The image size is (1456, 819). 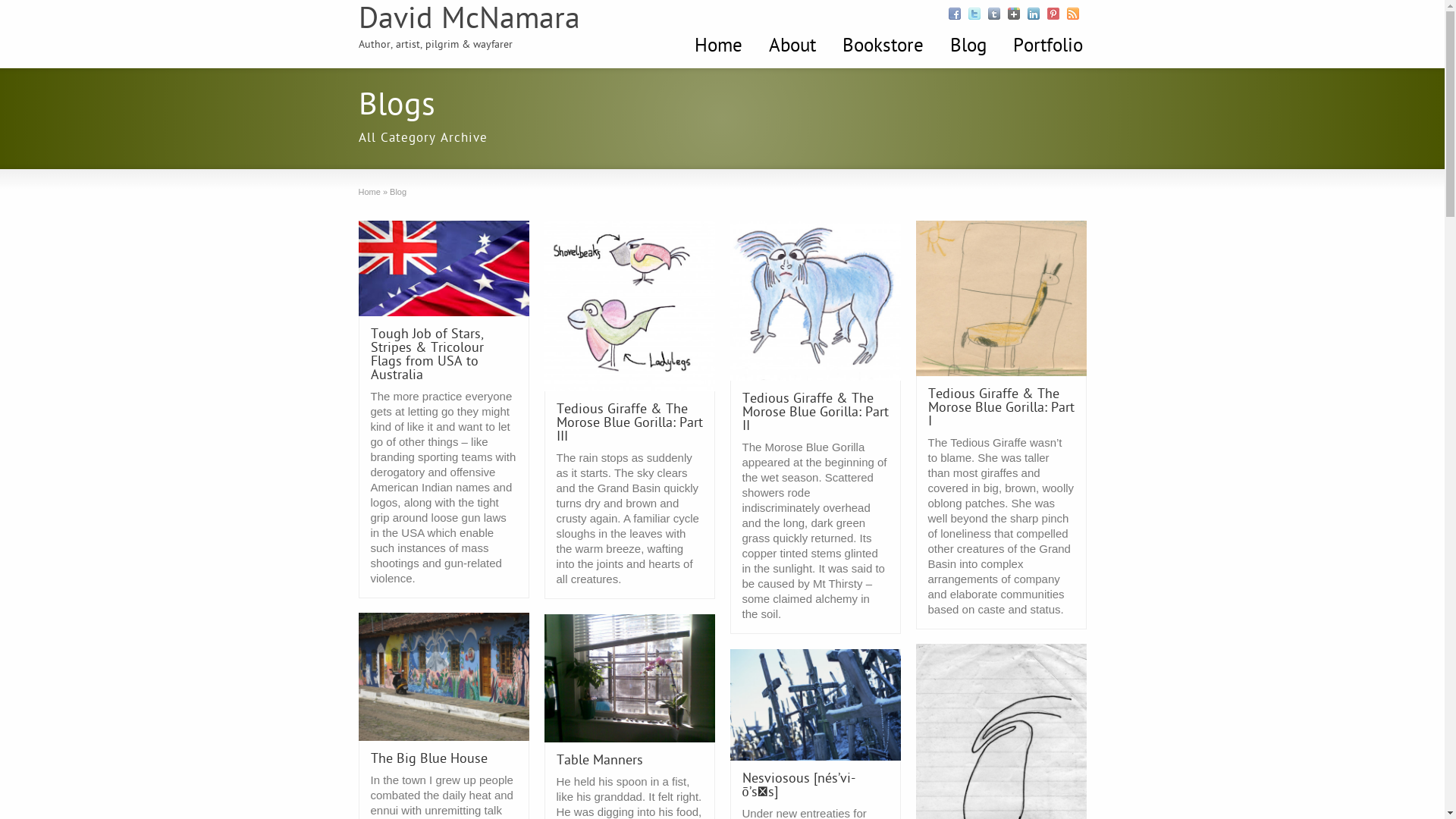 What do you see at coordinates (1072, 14) in the screenshot?
I see `'Follow Me RSS'` at bounding box center [1072, 14].